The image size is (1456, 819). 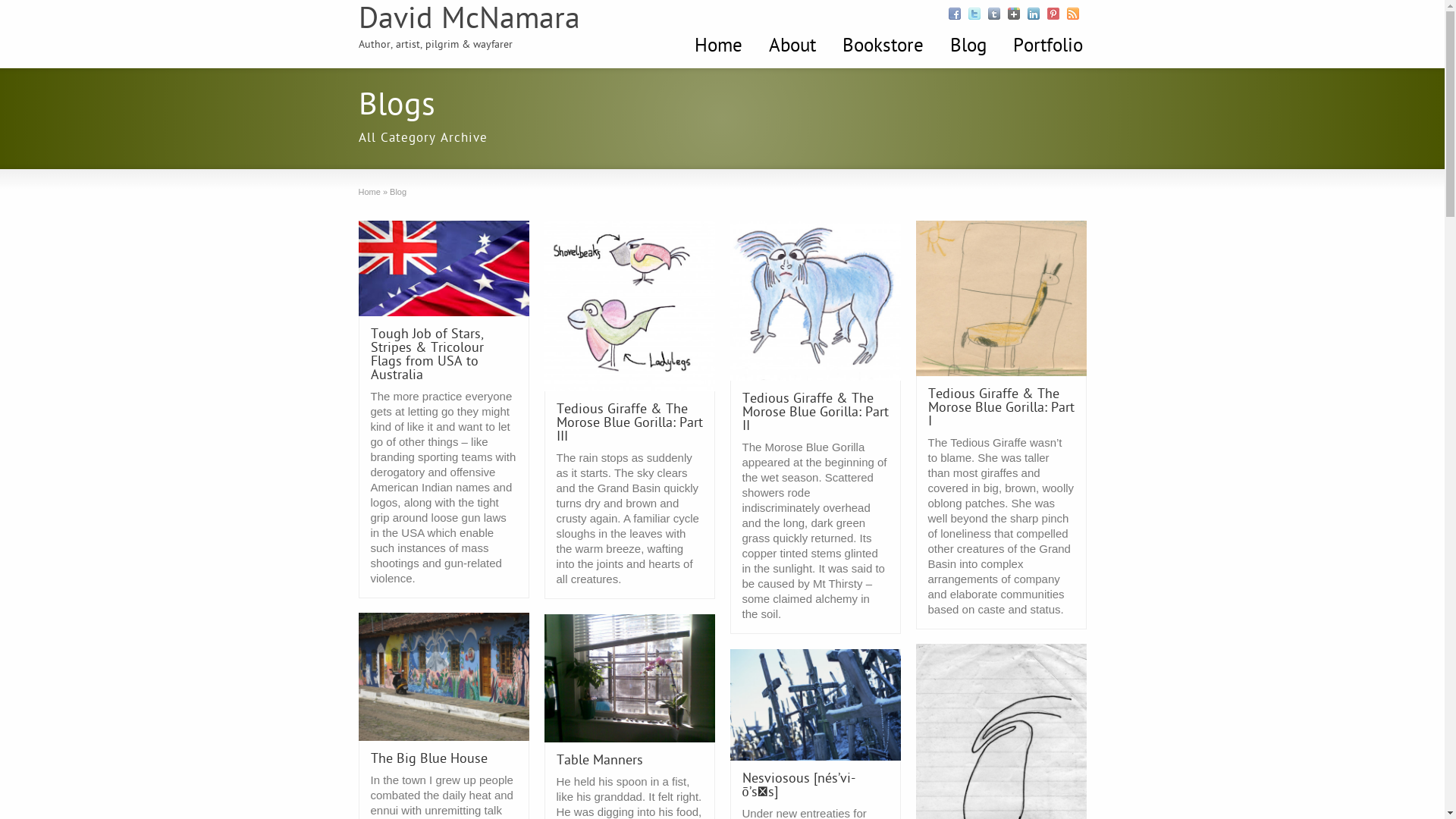 What do you see at coordinates (1072, 14) in the screenshot?
I see `'Follow Me RSS'` at bounding box center [1072, 14].